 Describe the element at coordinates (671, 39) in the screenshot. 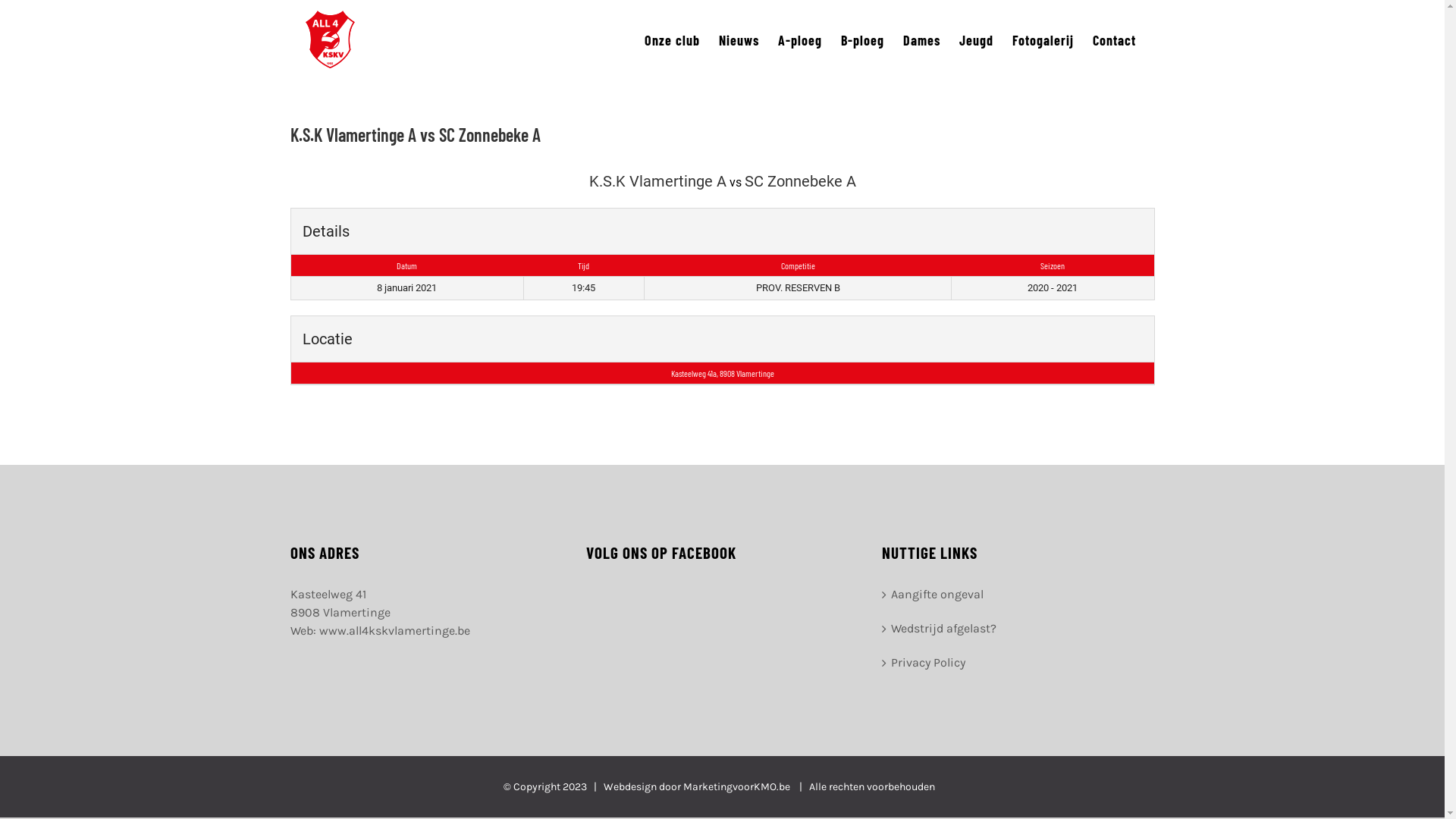

I see `'Onze club'` at that location.